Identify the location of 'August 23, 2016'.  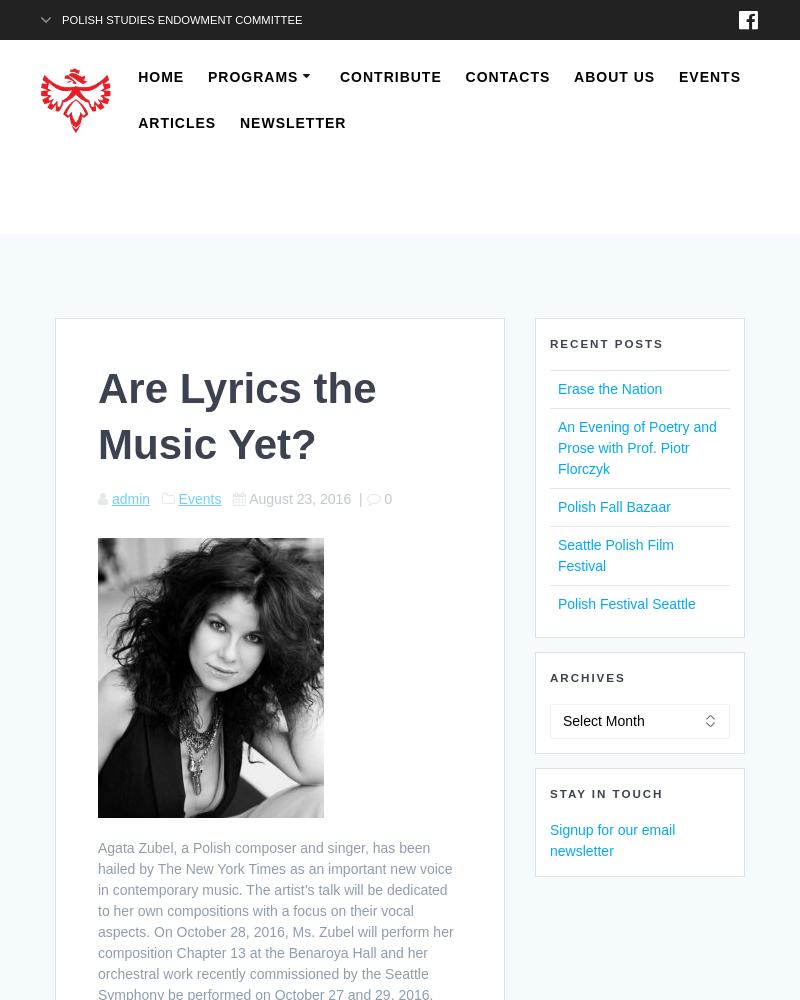
(300, 497).